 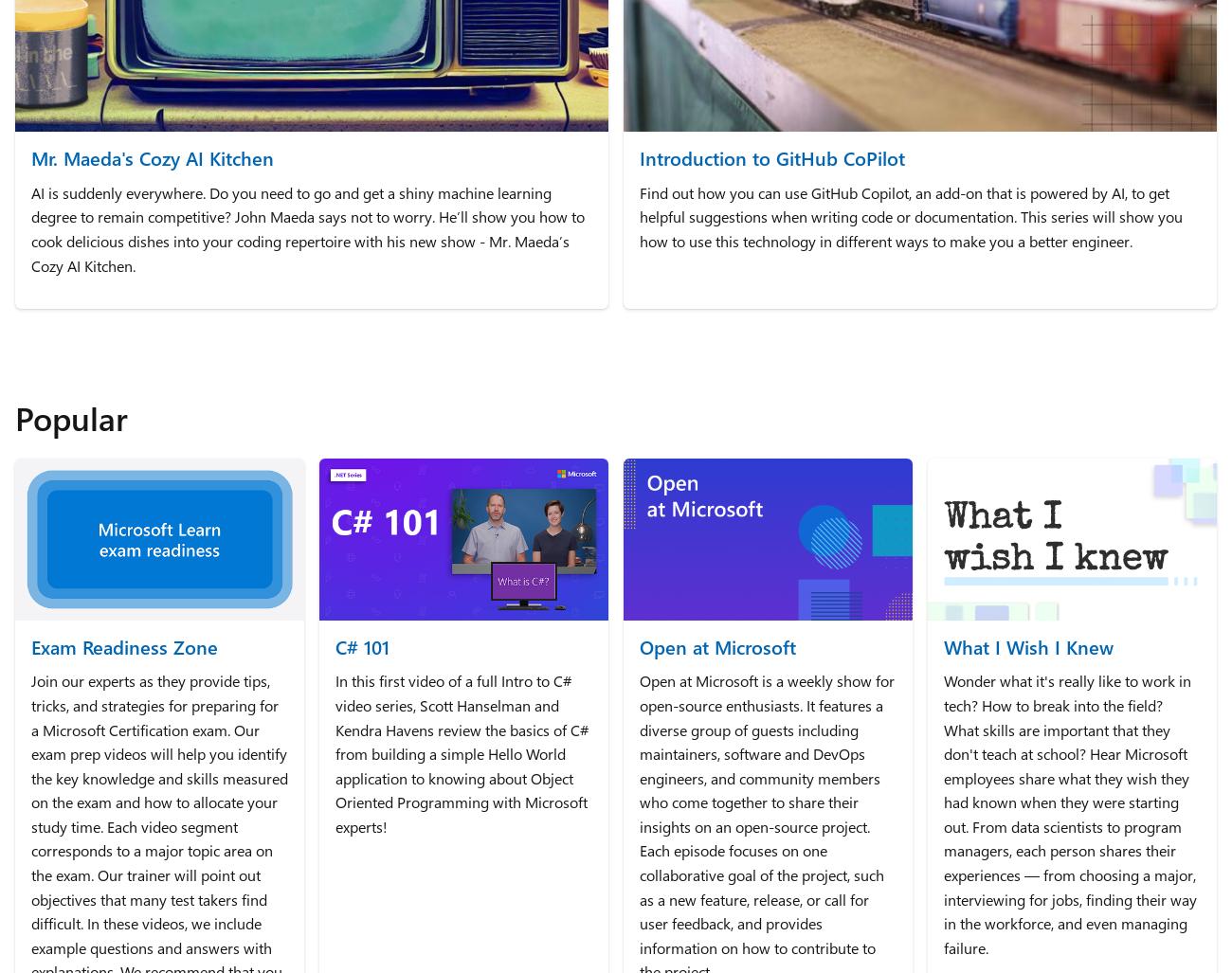 What do you see at coordinates (151, 157) in the screenshot?
I see `'Mr. Maeda's Cozy AI Kitchen'` at bounding box center [151, 157].